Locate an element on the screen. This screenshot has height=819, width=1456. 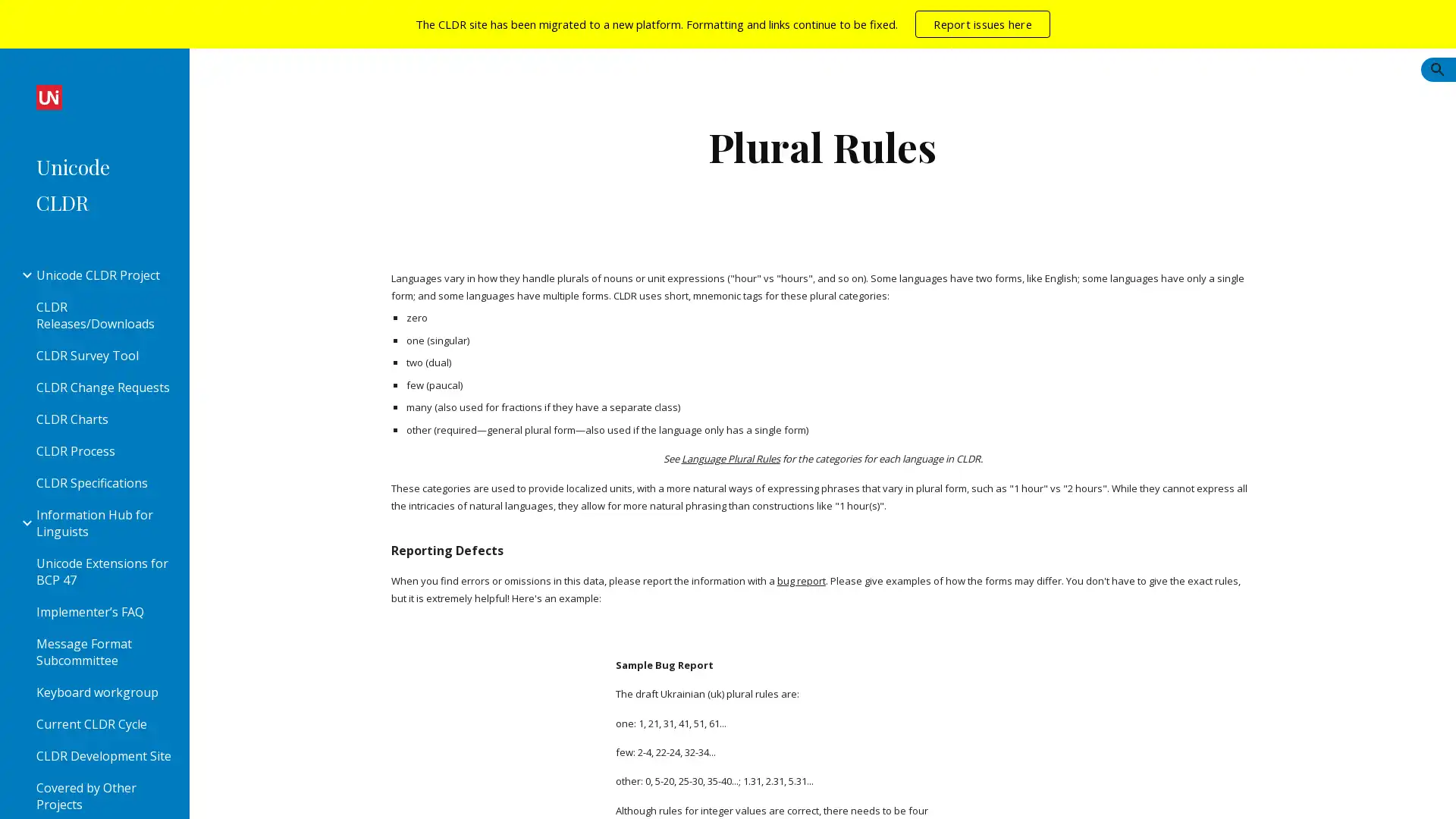
Report abuse is located at coordinates (308, 792).